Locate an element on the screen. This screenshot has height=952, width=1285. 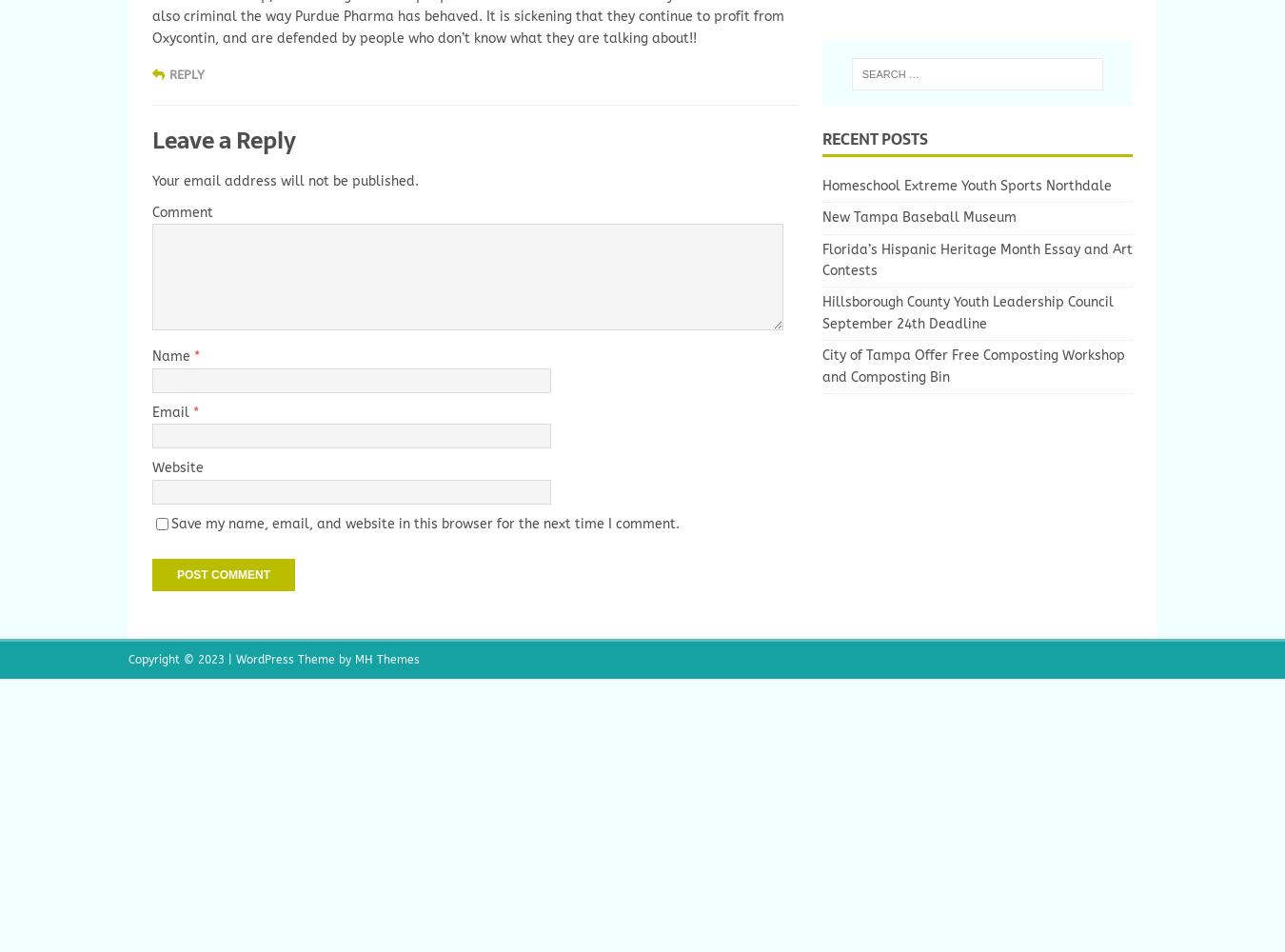
'MH Themes' is located at coordinates (387, 658).